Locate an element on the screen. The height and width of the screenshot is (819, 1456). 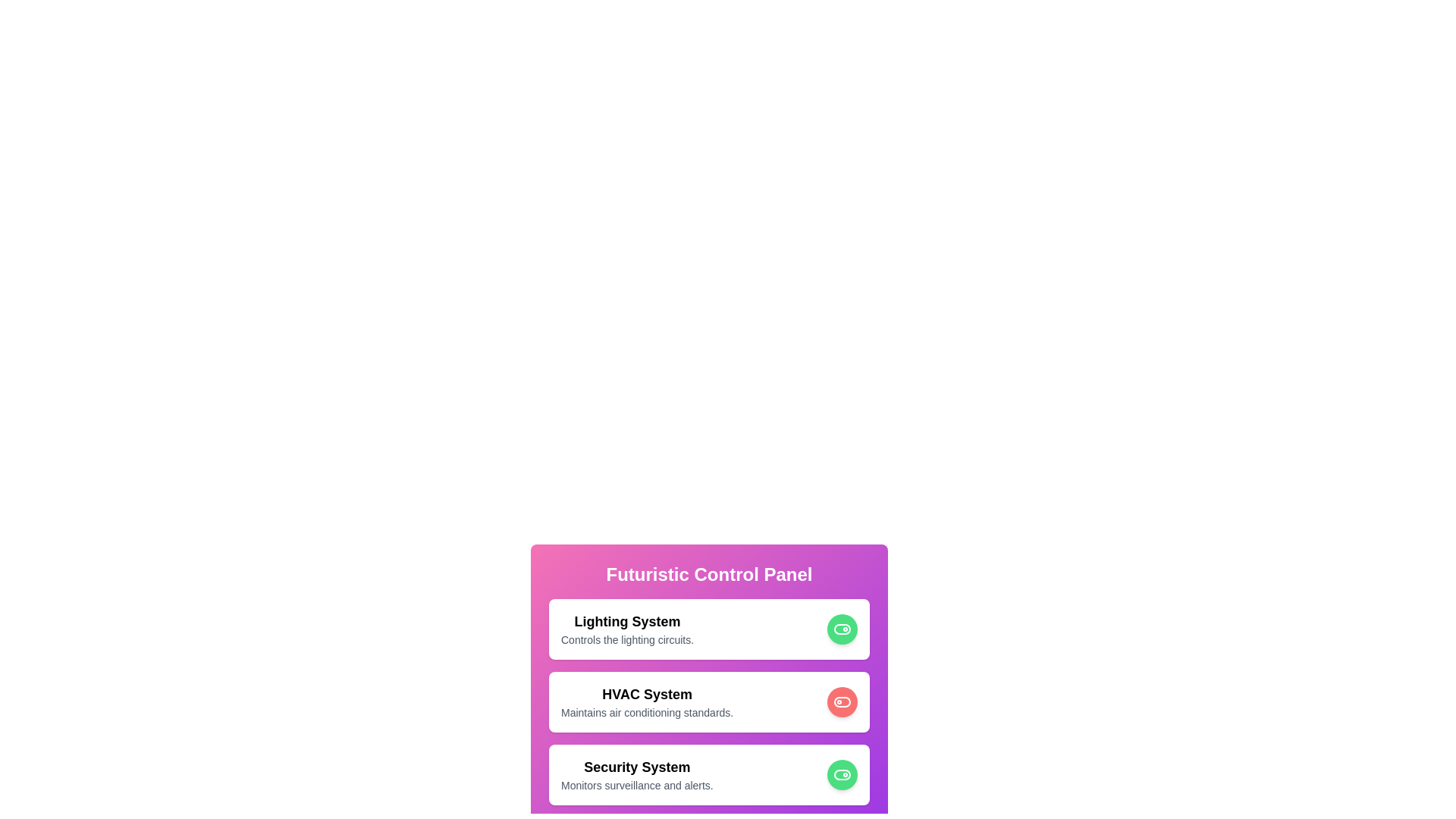
the text of the control system to read its description is located at coordinates (626, 629).